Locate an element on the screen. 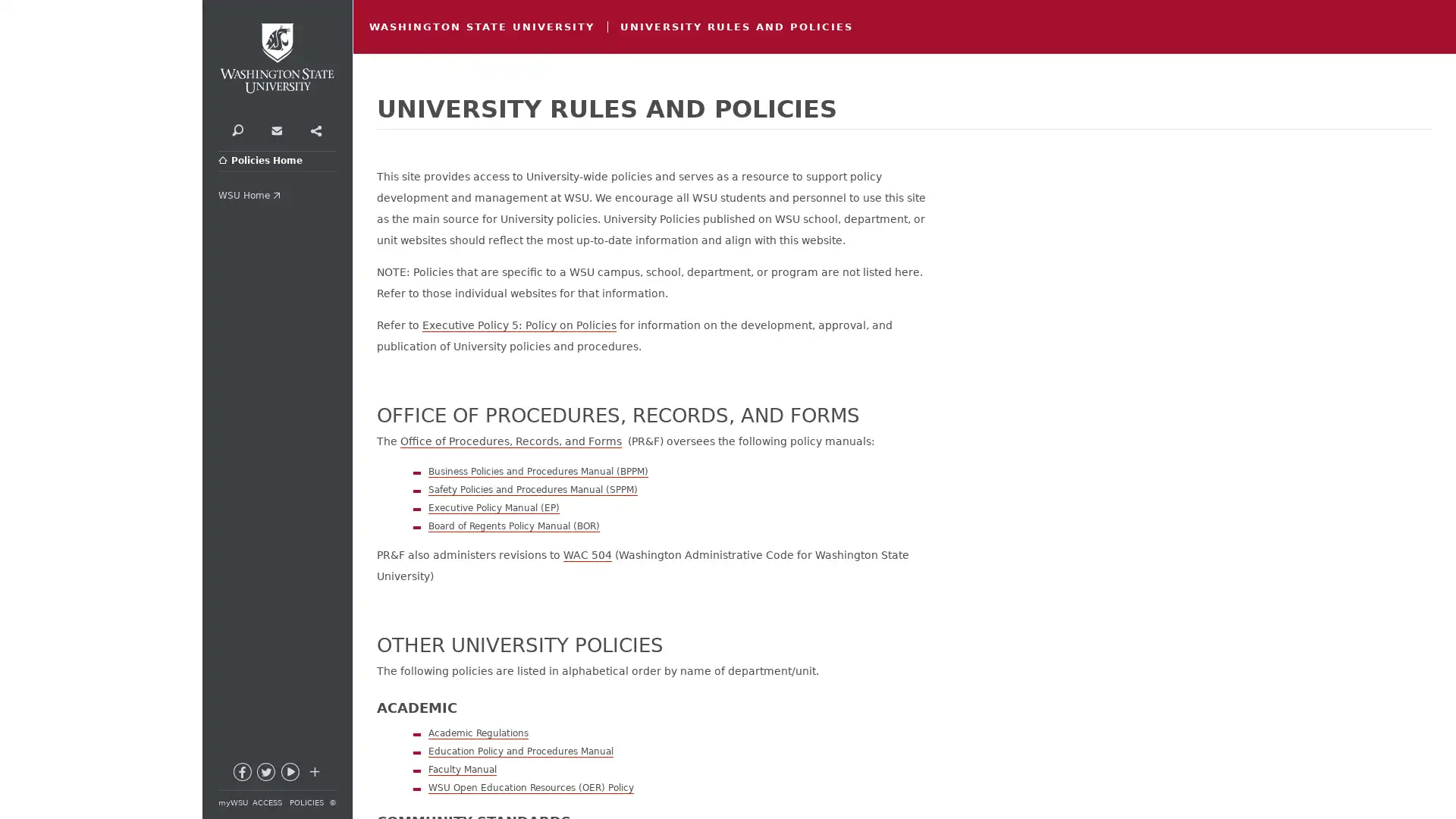 The image size is (1456, 819). $ Search is located at coordinates (237, 128).